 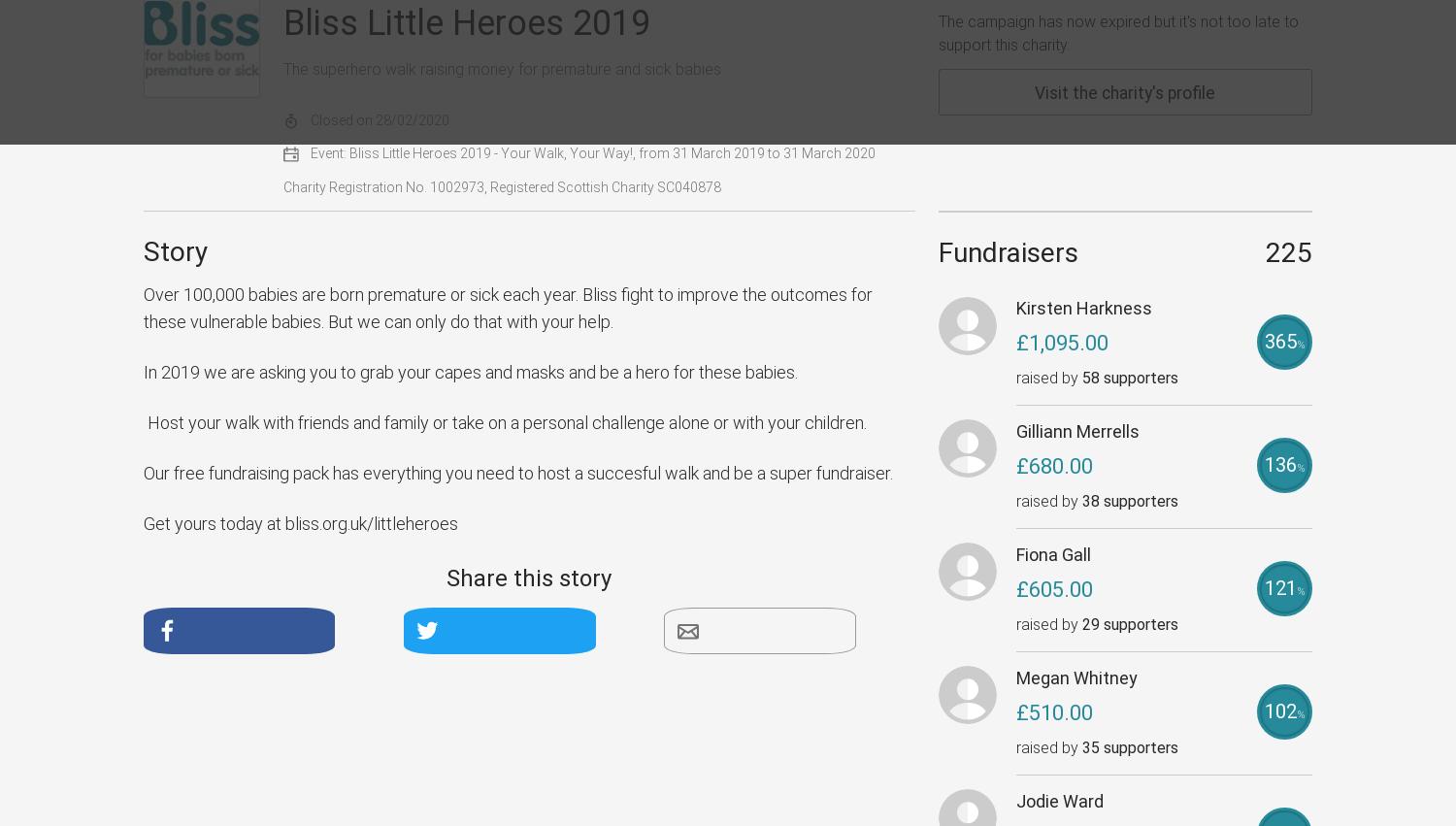 I want to click on 'In 2019 we are asking you to grab your capes and masks and be a hero for these babies.', so click(x=469, y=372).